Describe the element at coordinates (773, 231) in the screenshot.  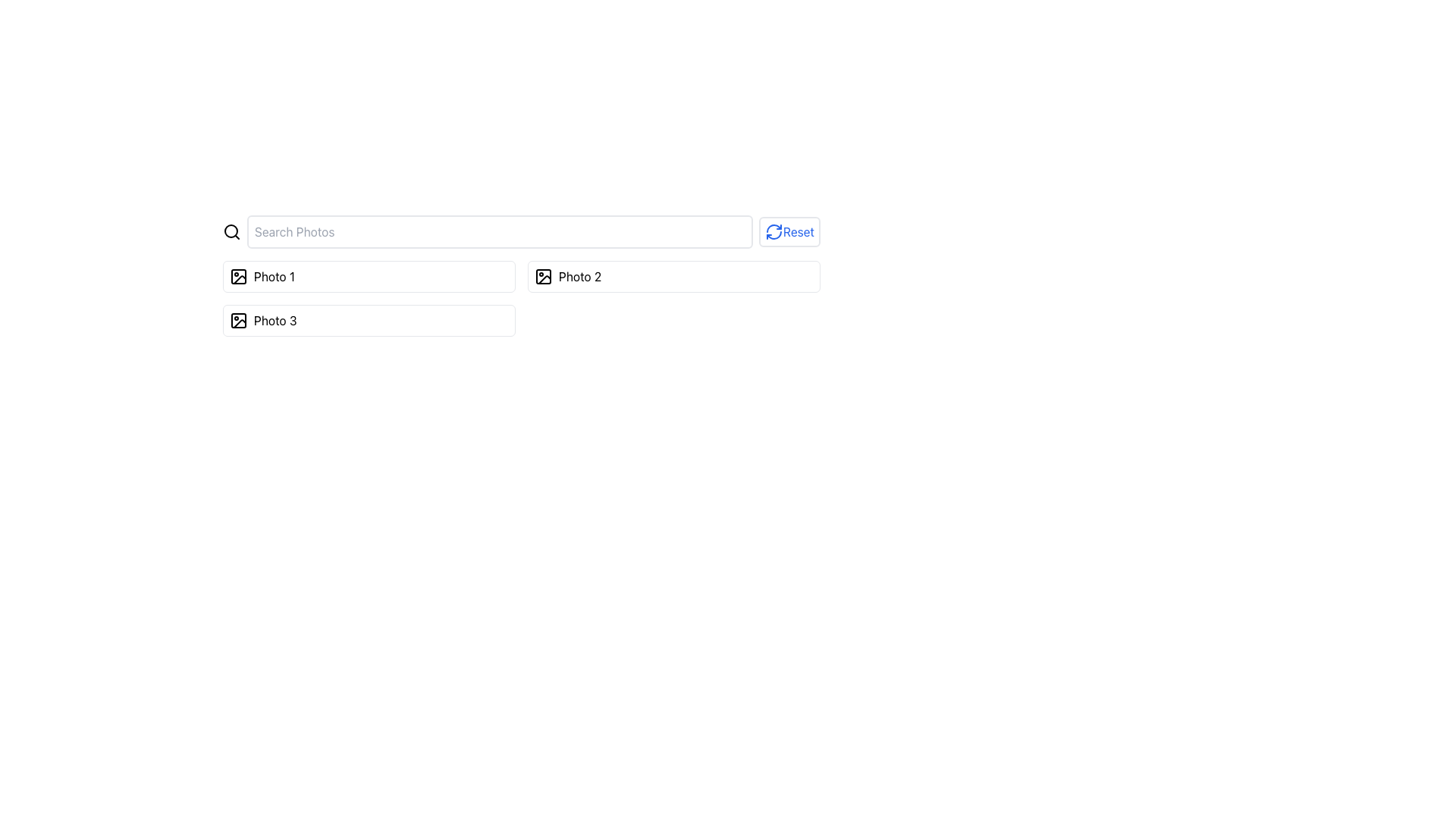
I see `the blue circular arrow icon located in the upper-right corner of the 'Reset' button` at that location.